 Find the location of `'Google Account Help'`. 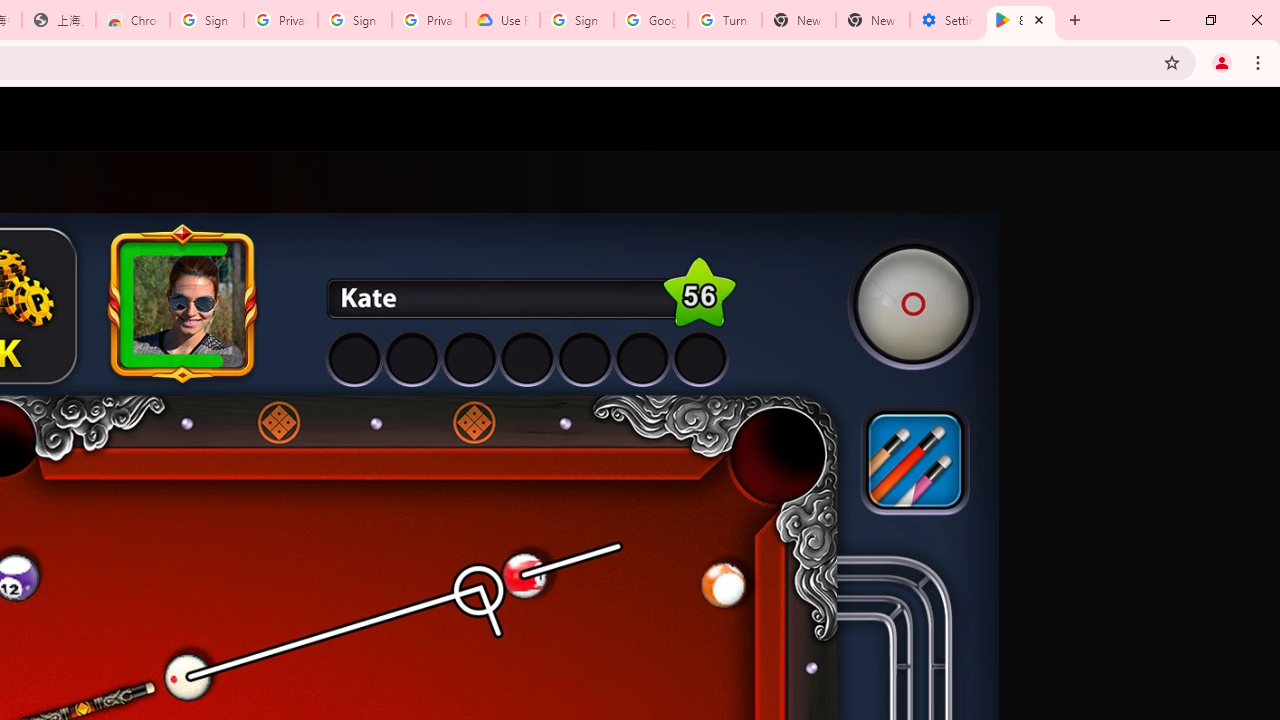

'Google Account Help' is located at coordinates (651, 20).